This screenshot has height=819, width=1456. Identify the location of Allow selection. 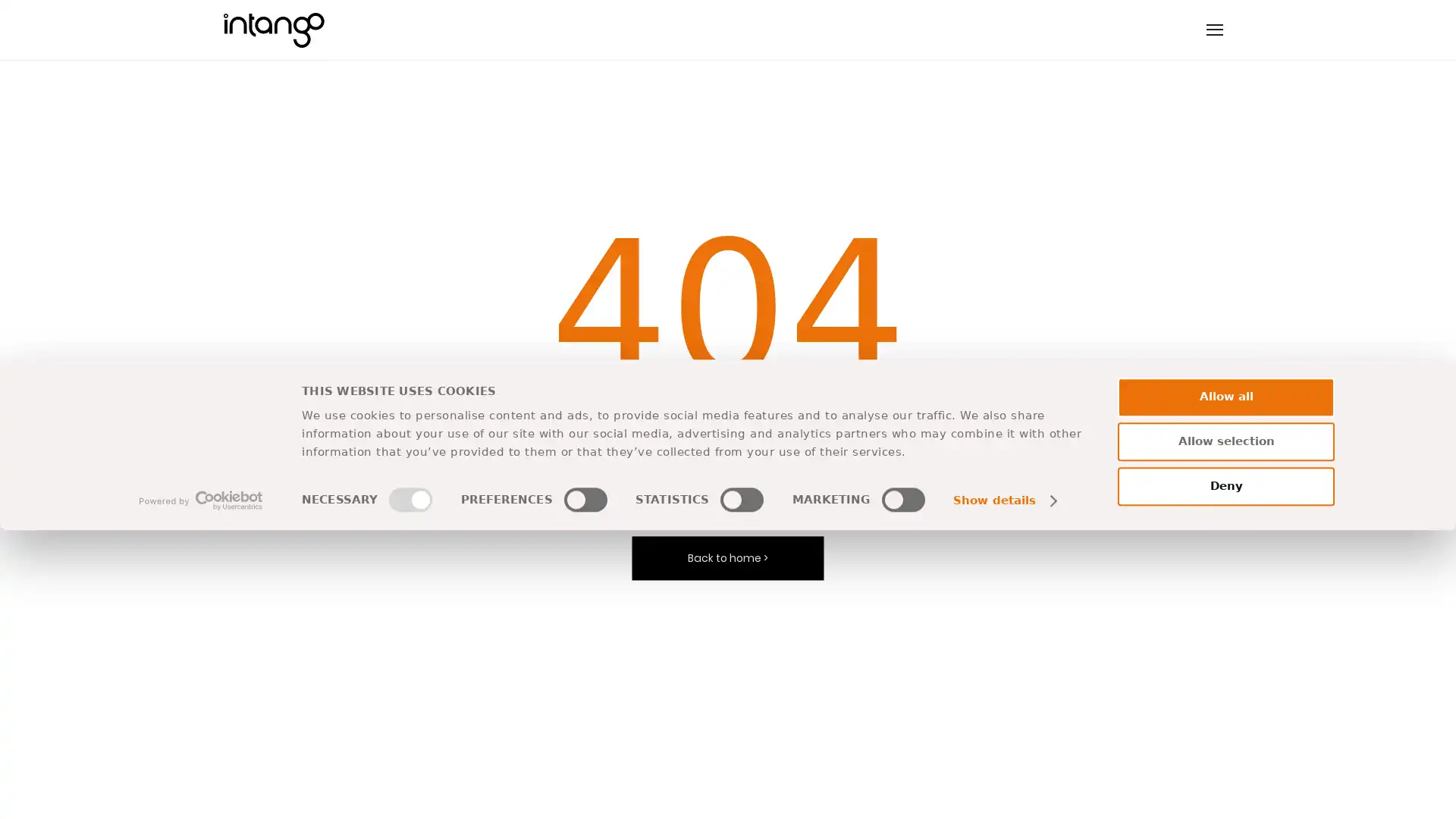
(1226, 730).